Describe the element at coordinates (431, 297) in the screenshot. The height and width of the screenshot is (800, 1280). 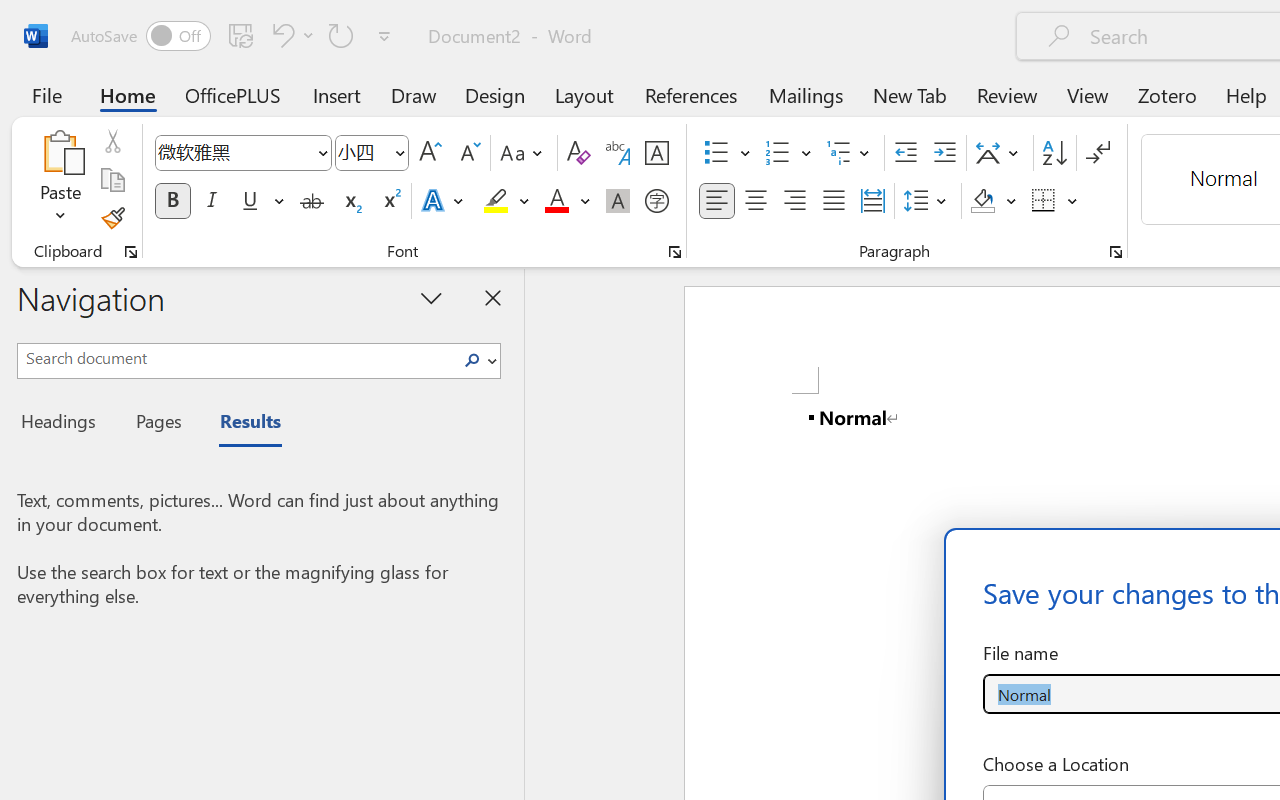
I see `'Task Pane Options'` at that location.